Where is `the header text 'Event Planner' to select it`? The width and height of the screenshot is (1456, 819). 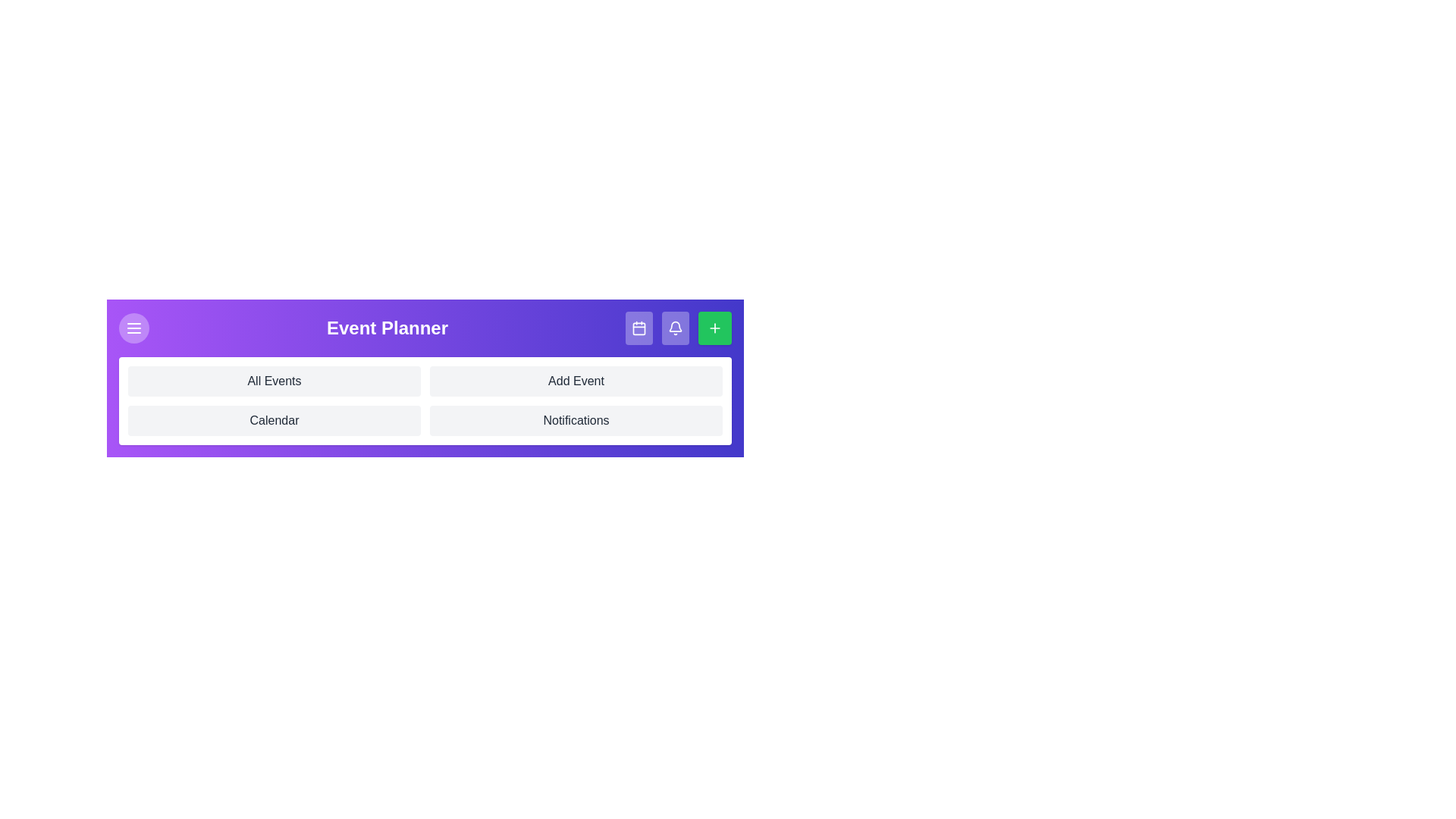
the header text 'Event Planner' to select it is located at coordinates (387, 327).